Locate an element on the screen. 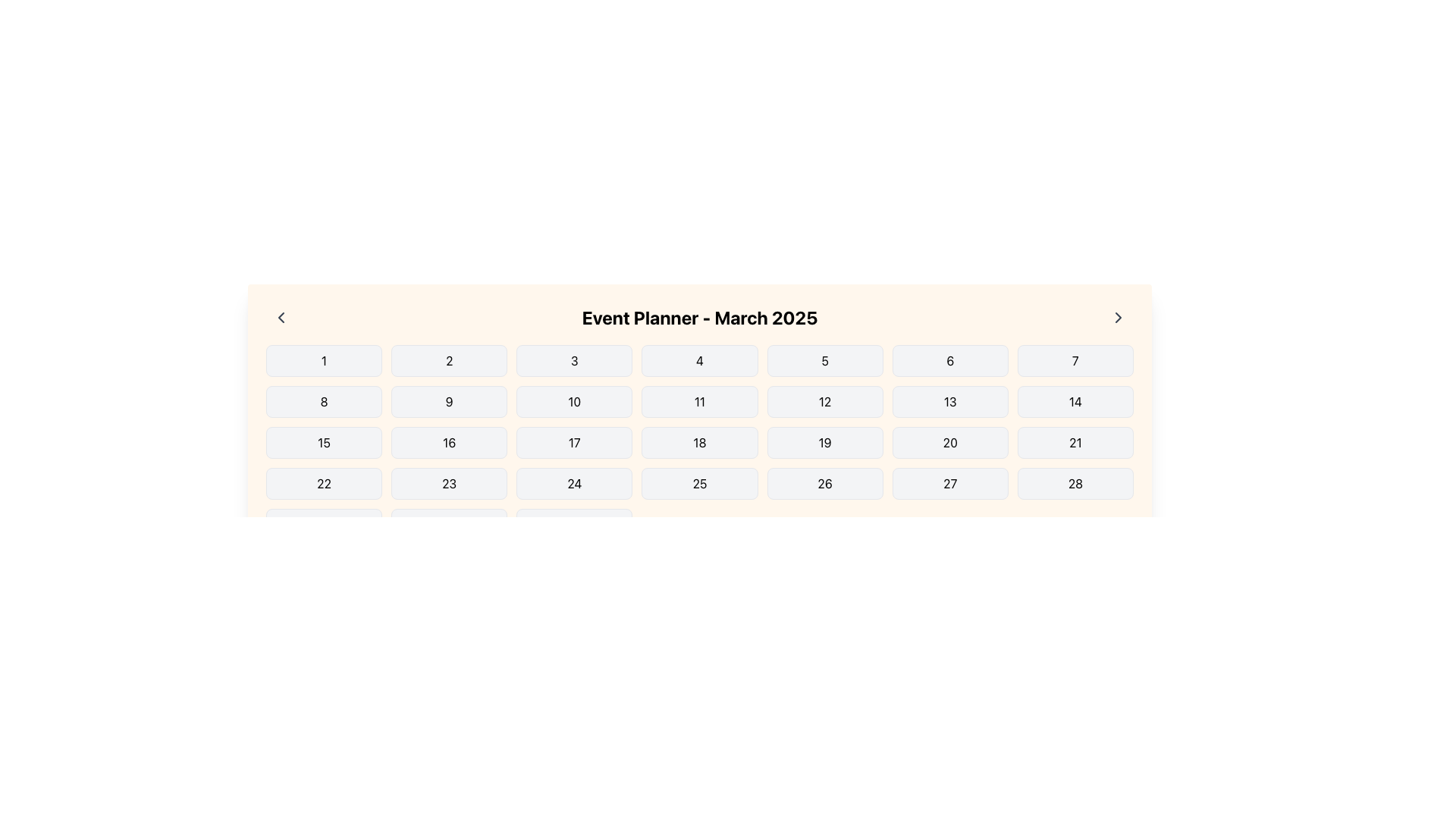 The height and width of the screenshot is (819, 1456). the Calendar day button representing the second day in the monthly calendar view is located at coordinates (448, 360).